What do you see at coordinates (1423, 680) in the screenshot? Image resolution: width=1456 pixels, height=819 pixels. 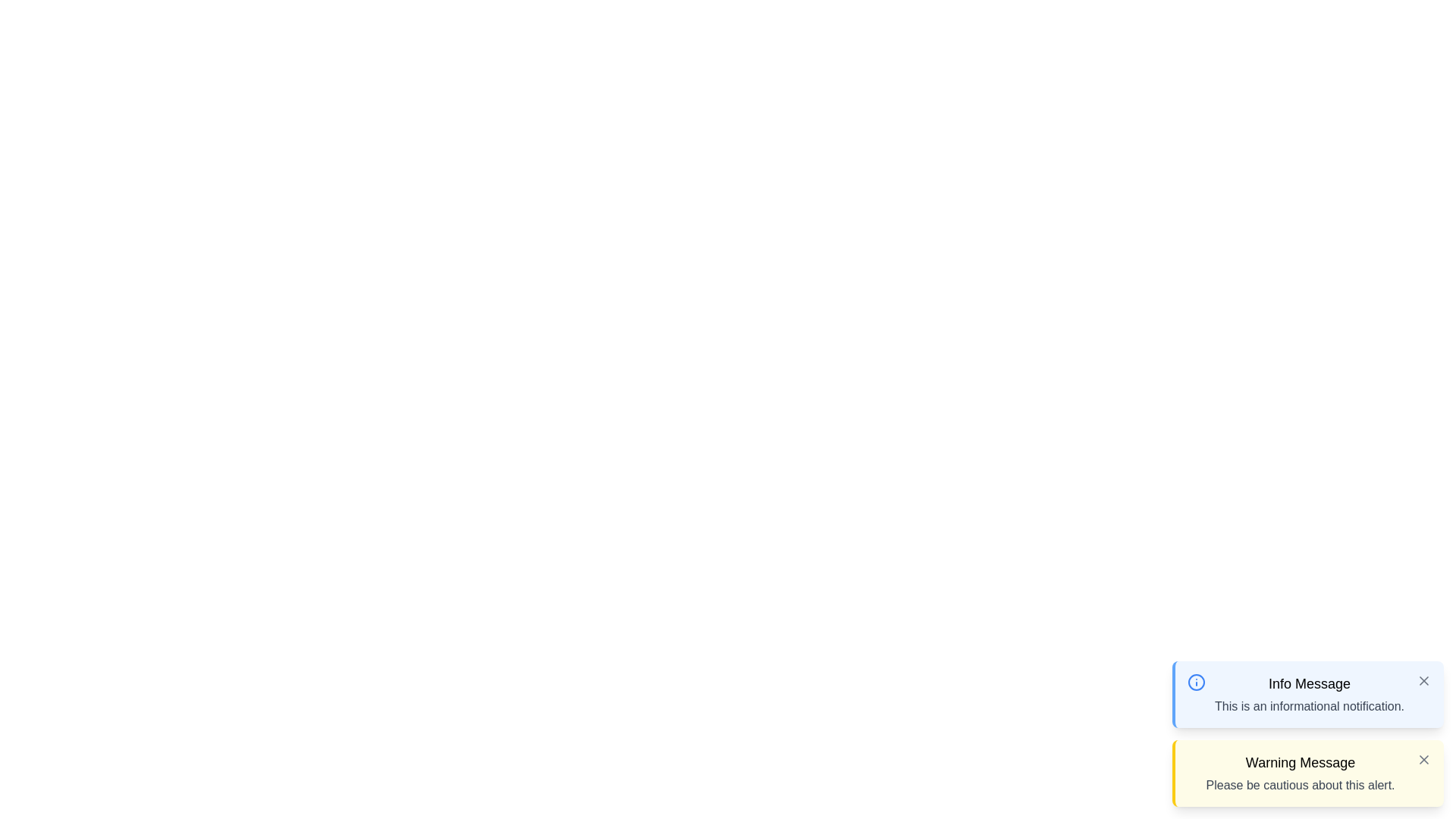 I see `the close button of the notification box, which is located at the far-right side next to the text content, to observe a color change indicating interactivity` at bounding box center [1423, 680].